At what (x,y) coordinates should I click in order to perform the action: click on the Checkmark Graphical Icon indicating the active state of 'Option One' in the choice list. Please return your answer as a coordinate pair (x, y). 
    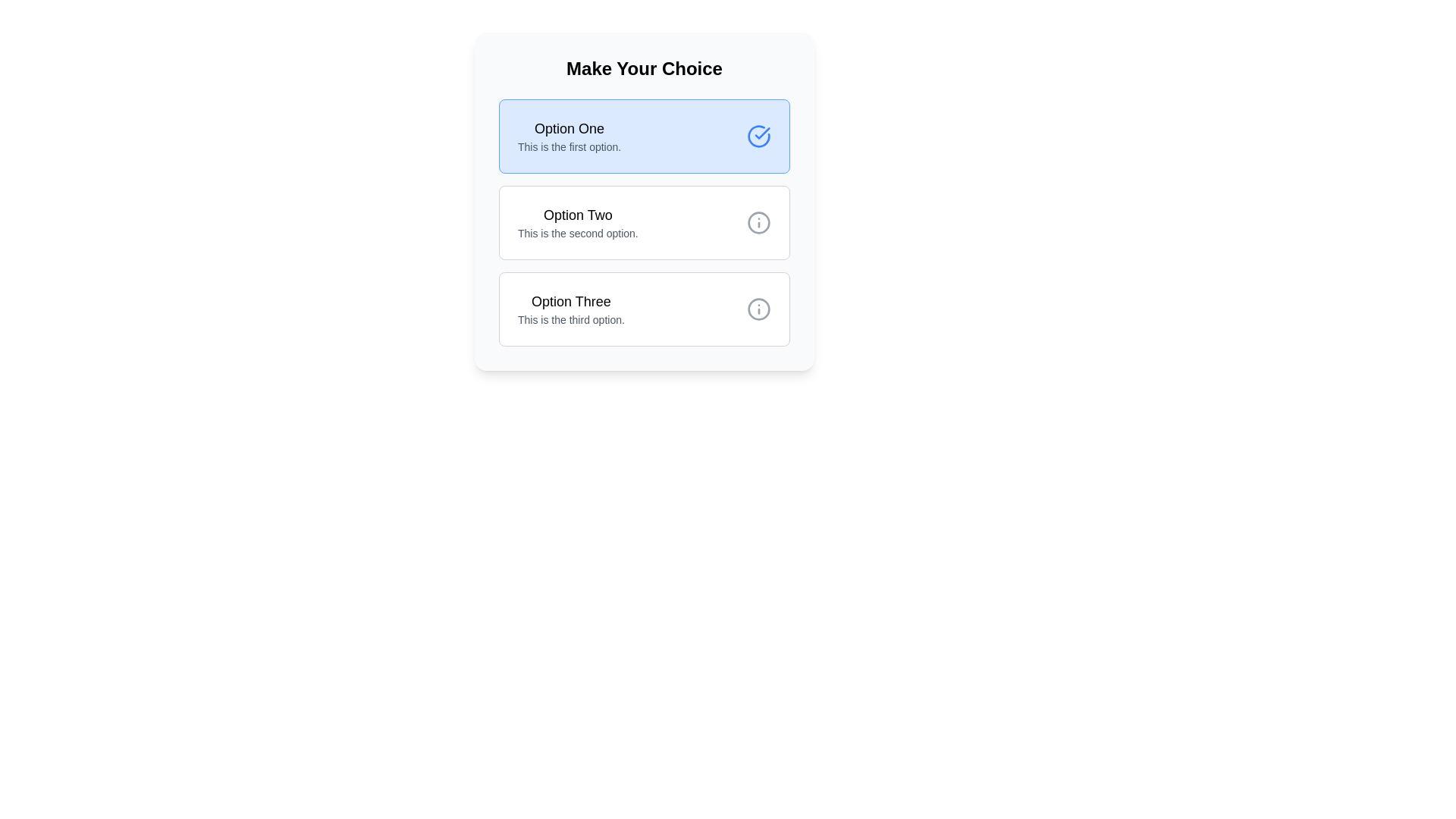
    Looking at the image, I should click on (762, 133).